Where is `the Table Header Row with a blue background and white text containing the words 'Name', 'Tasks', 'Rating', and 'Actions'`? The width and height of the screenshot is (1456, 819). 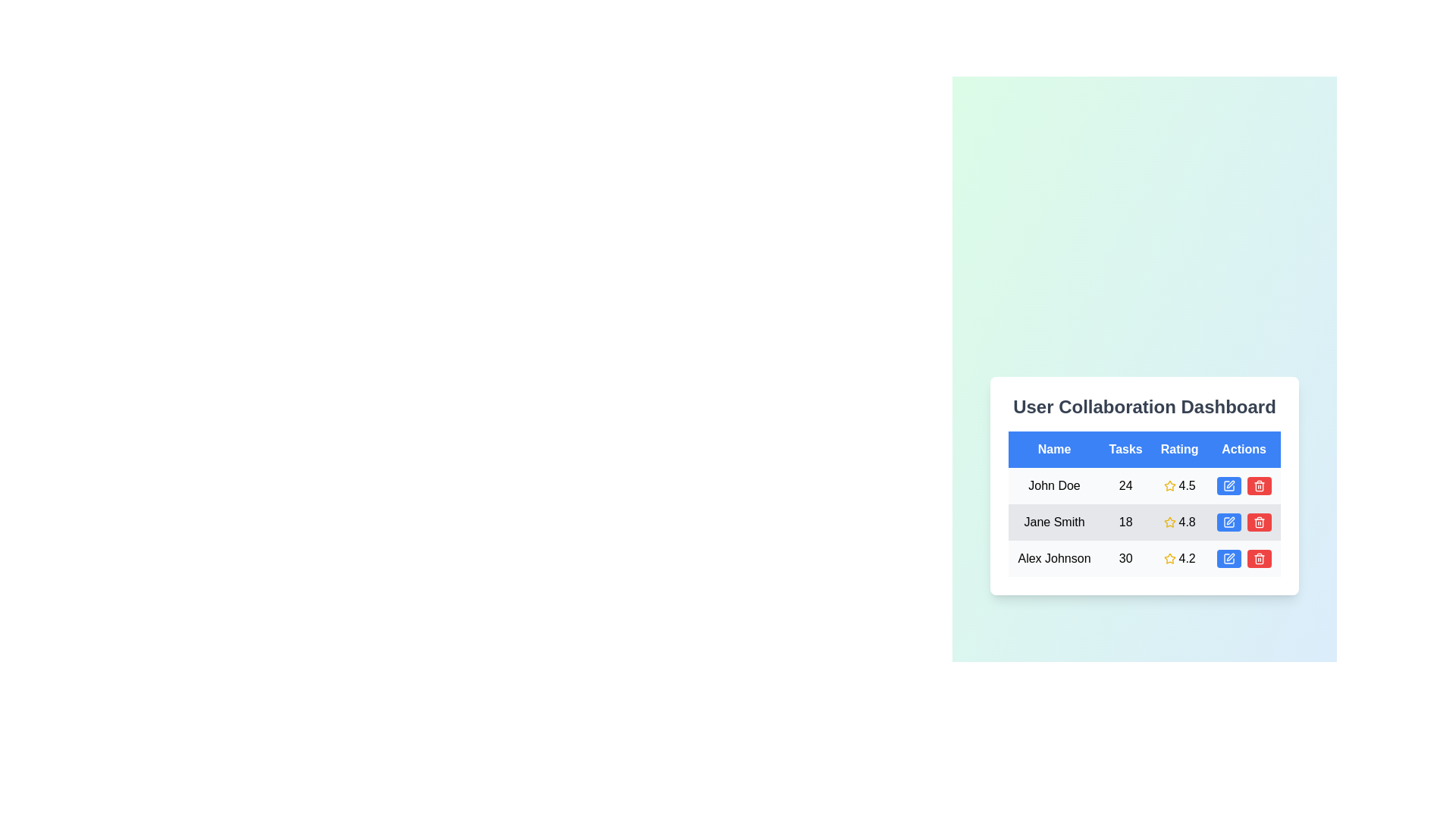 the Table Header Row with a blue background and white text containing the words 'Name', 'Tasks', 'Rating', and 'Actions' is located at coordinates (1144, 449).